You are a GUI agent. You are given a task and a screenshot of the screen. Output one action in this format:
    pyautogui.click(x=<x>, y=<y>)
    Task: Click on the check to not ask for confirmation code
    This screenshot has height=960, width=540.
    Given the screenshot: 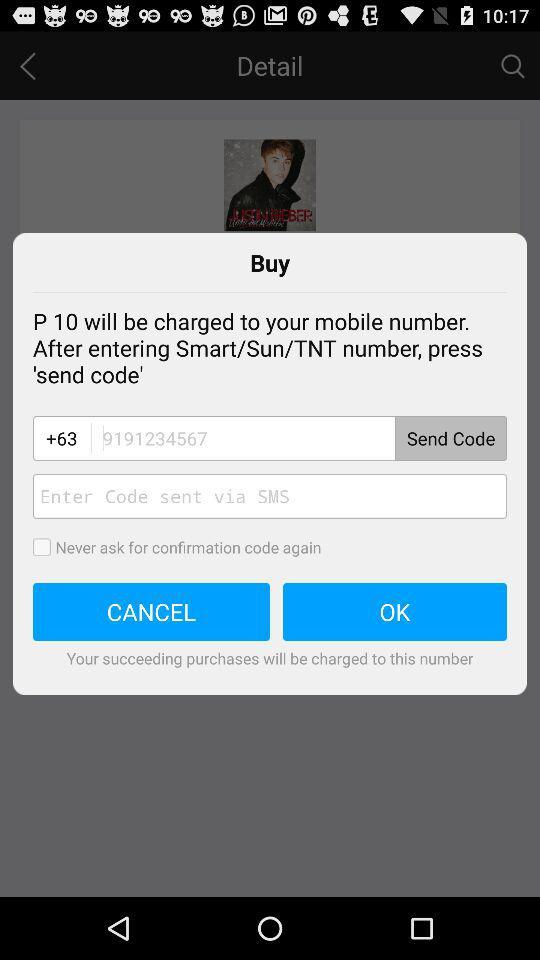 What is the action you would take?
    pyautogui.click(x=48, y=547)
    